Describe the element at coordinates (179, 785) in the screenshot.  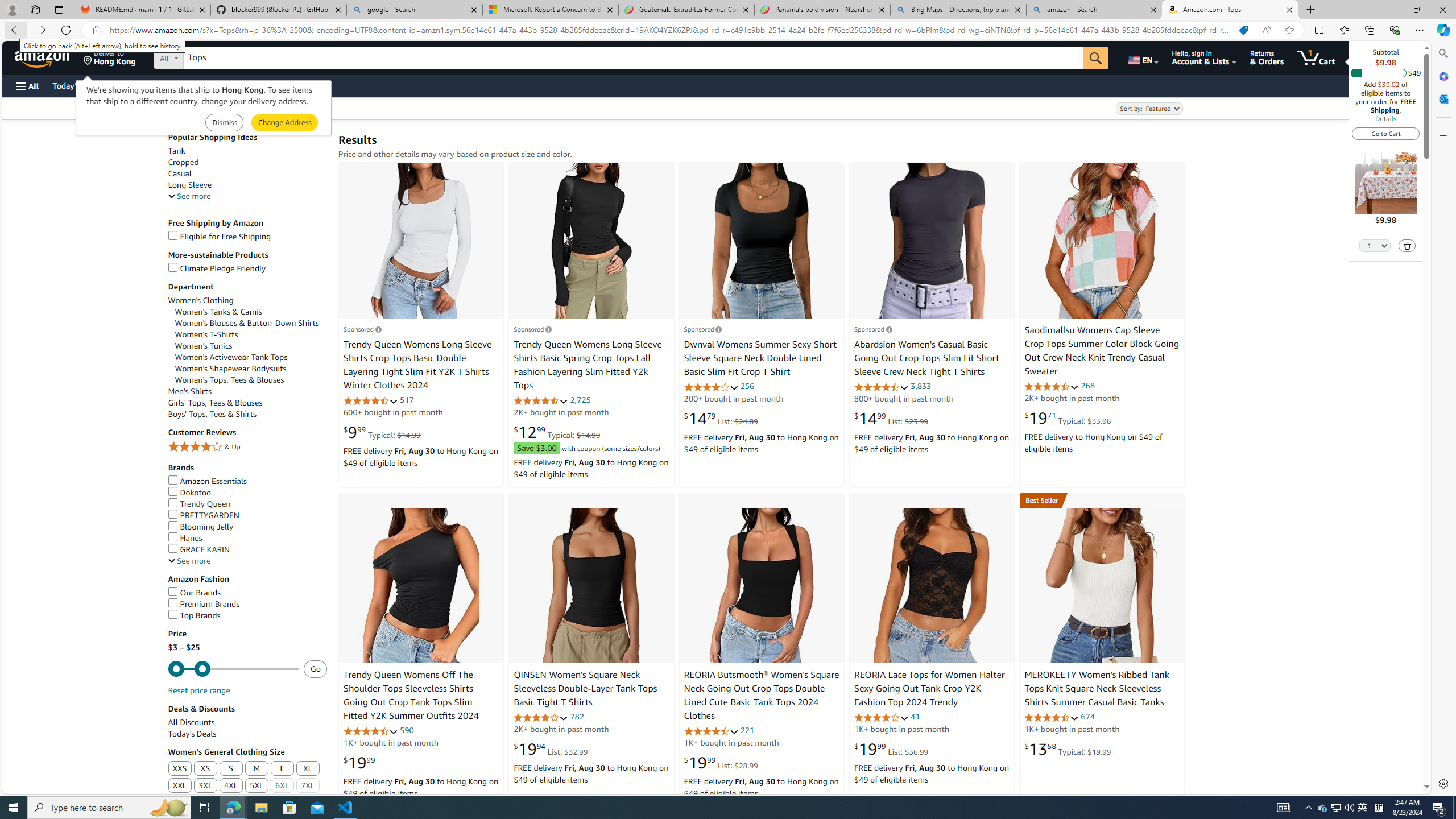
I see `'XXL'` at that location.